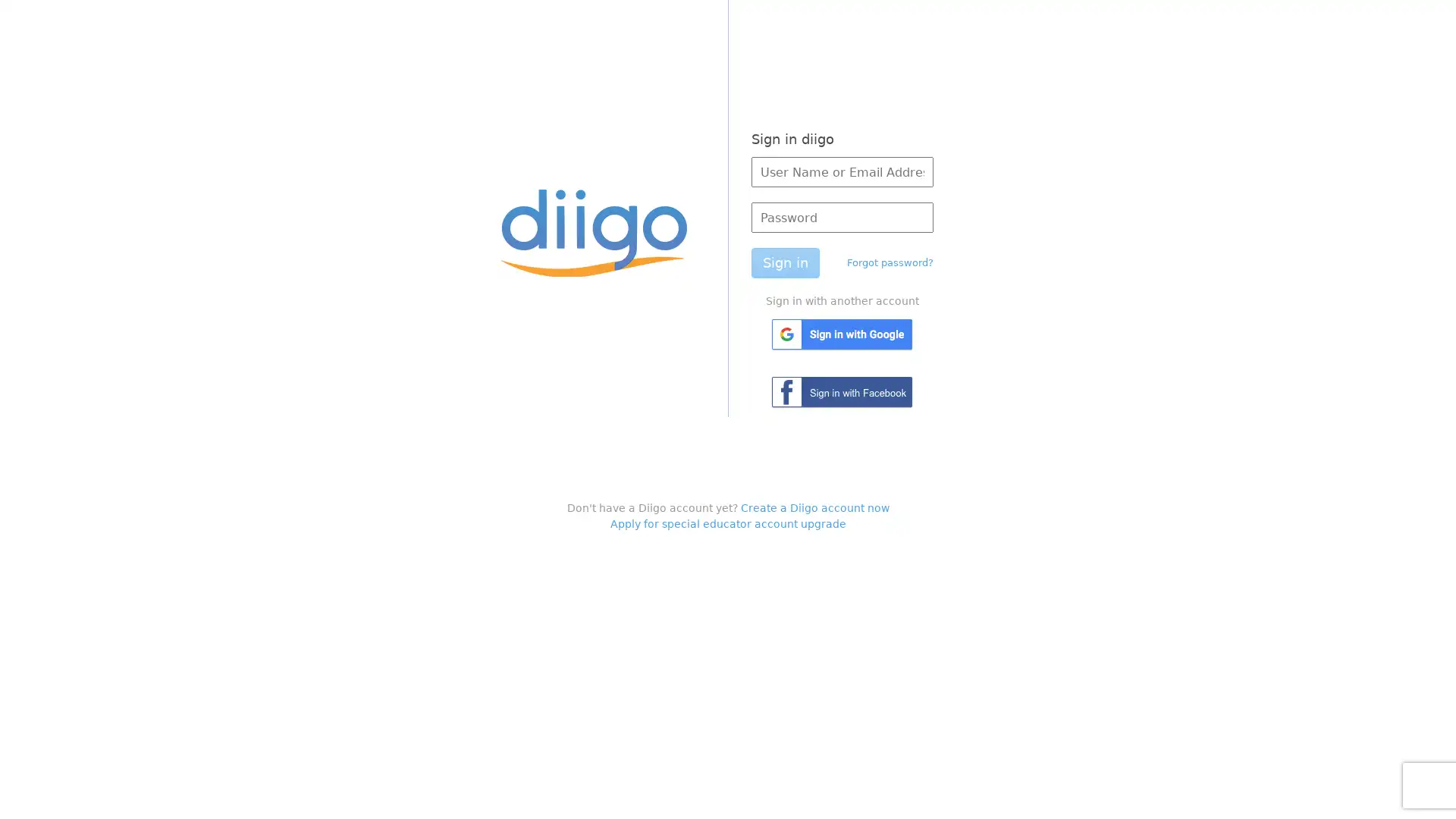 Image resolution: width=1456 pixels, height=819 pixels. Describe the element at coordinates (785, 262) in the screenshot. I see `Sign in` at that location.